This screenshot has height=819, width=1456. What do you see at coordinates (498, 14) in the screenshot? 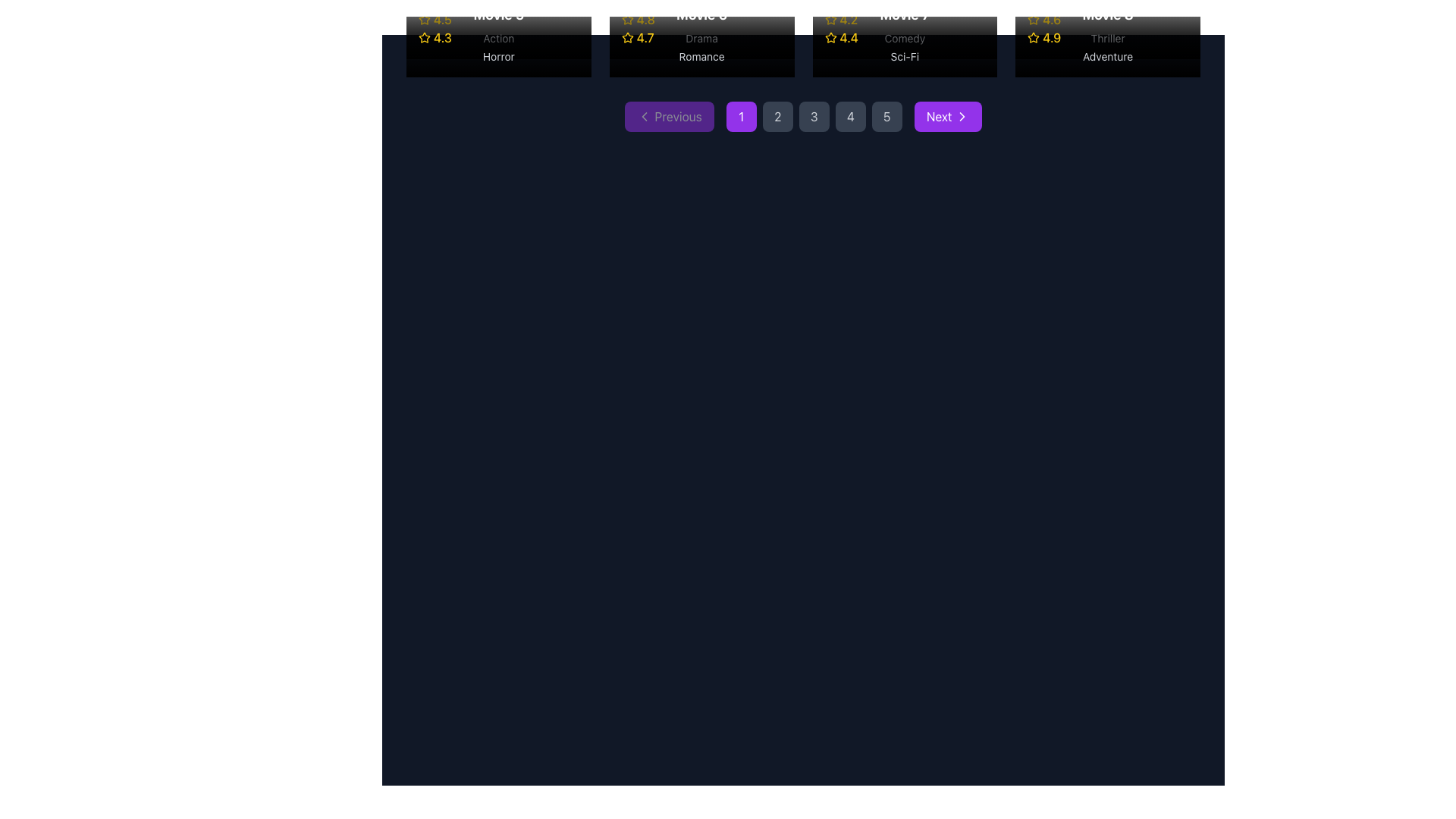
I see `the bold, white 'Movie 5' text label located at the upper-middle part of the movie card, above the rating indicator and genre labels` at bounding box center [498, 14].